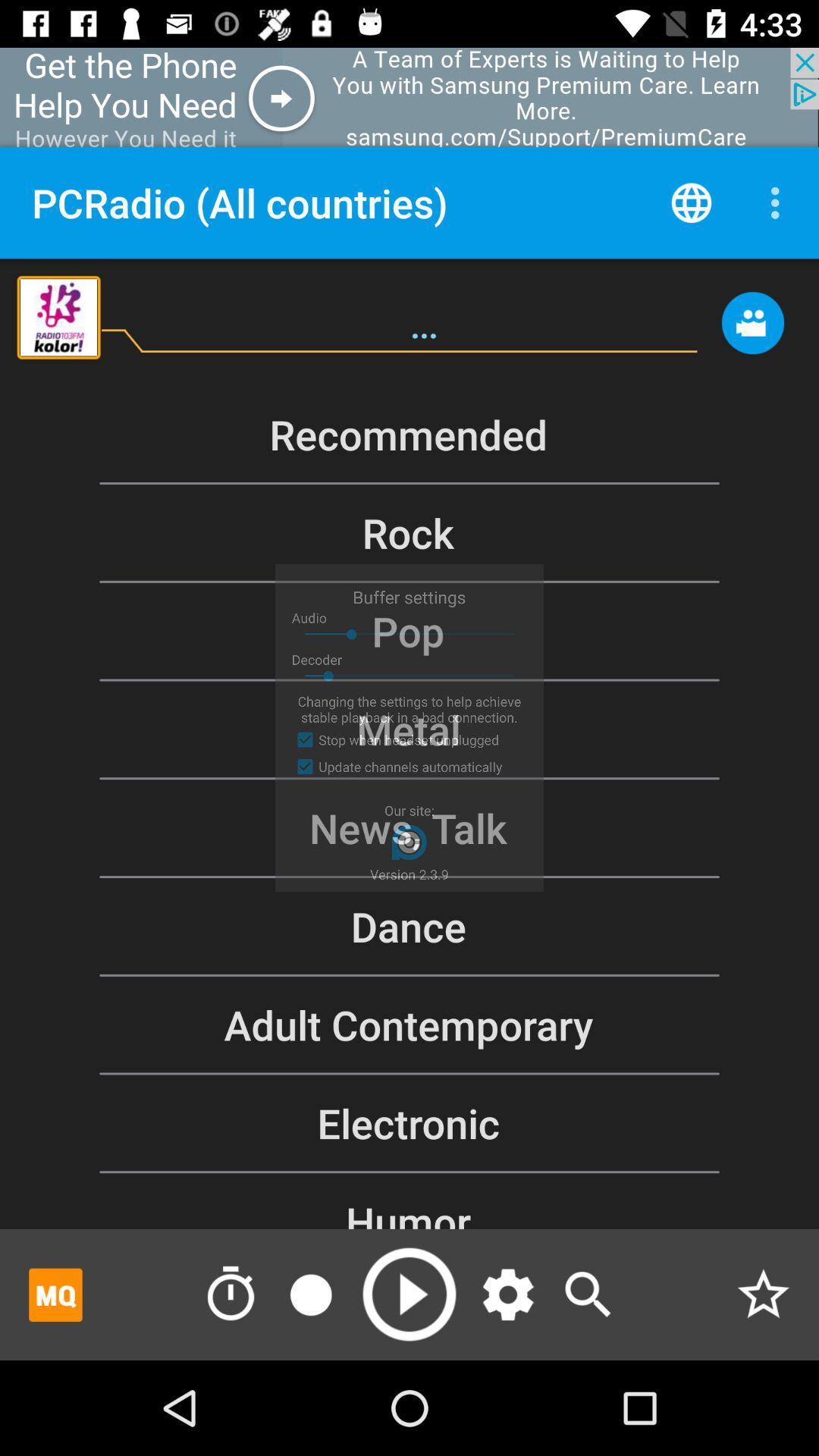 The width and height of the screenshot is (819, 1456). What do you see at coordinates (231, 1294) in the screenshot?
I see `alarm` at bounding box center [231, 1294].